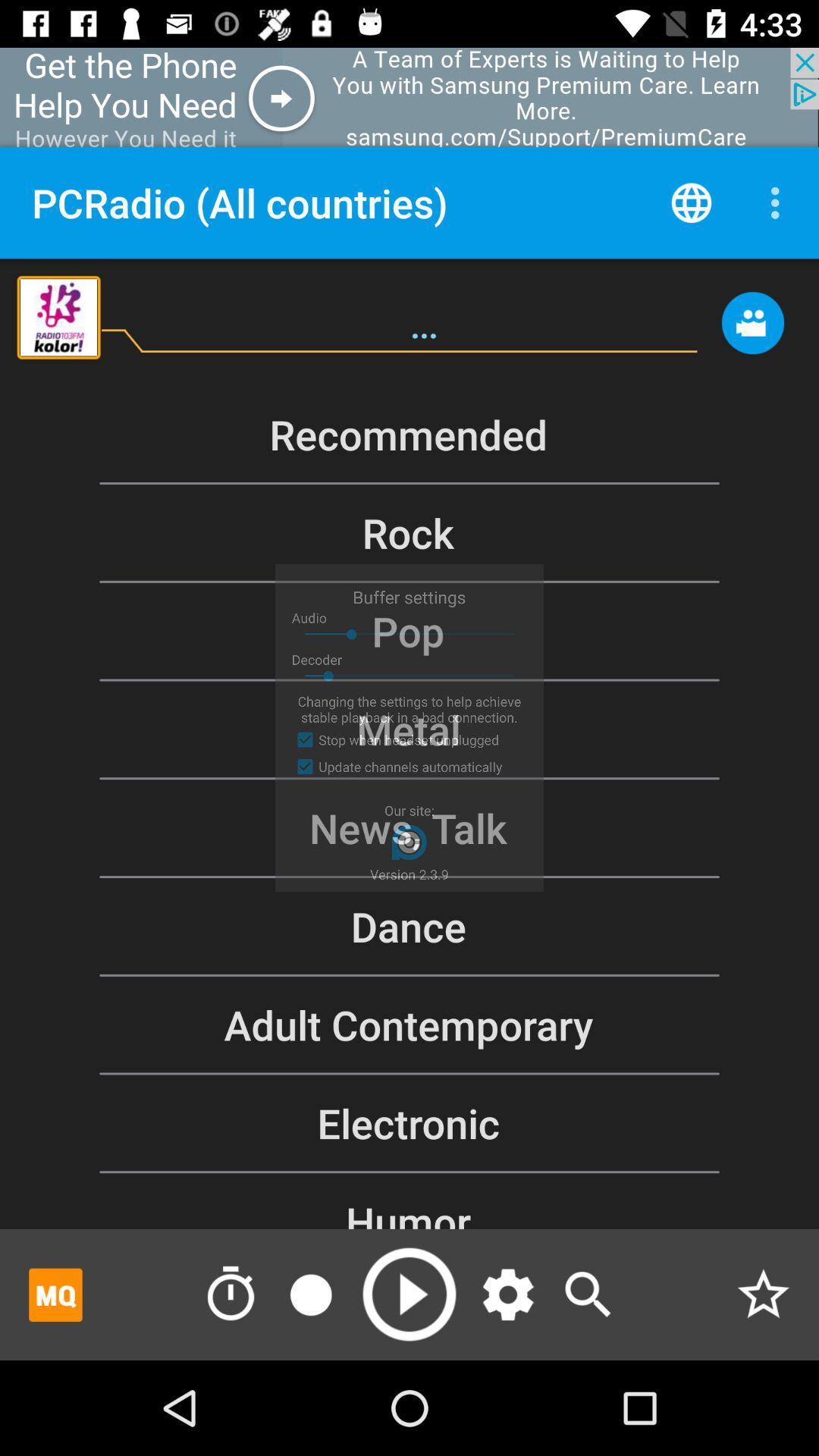 The width and height of the screenshot is (819, 1456). What do you see at coordinates (231, 1294) in the screenshot?
I see `alarm` at bounding box center [231, 1294].